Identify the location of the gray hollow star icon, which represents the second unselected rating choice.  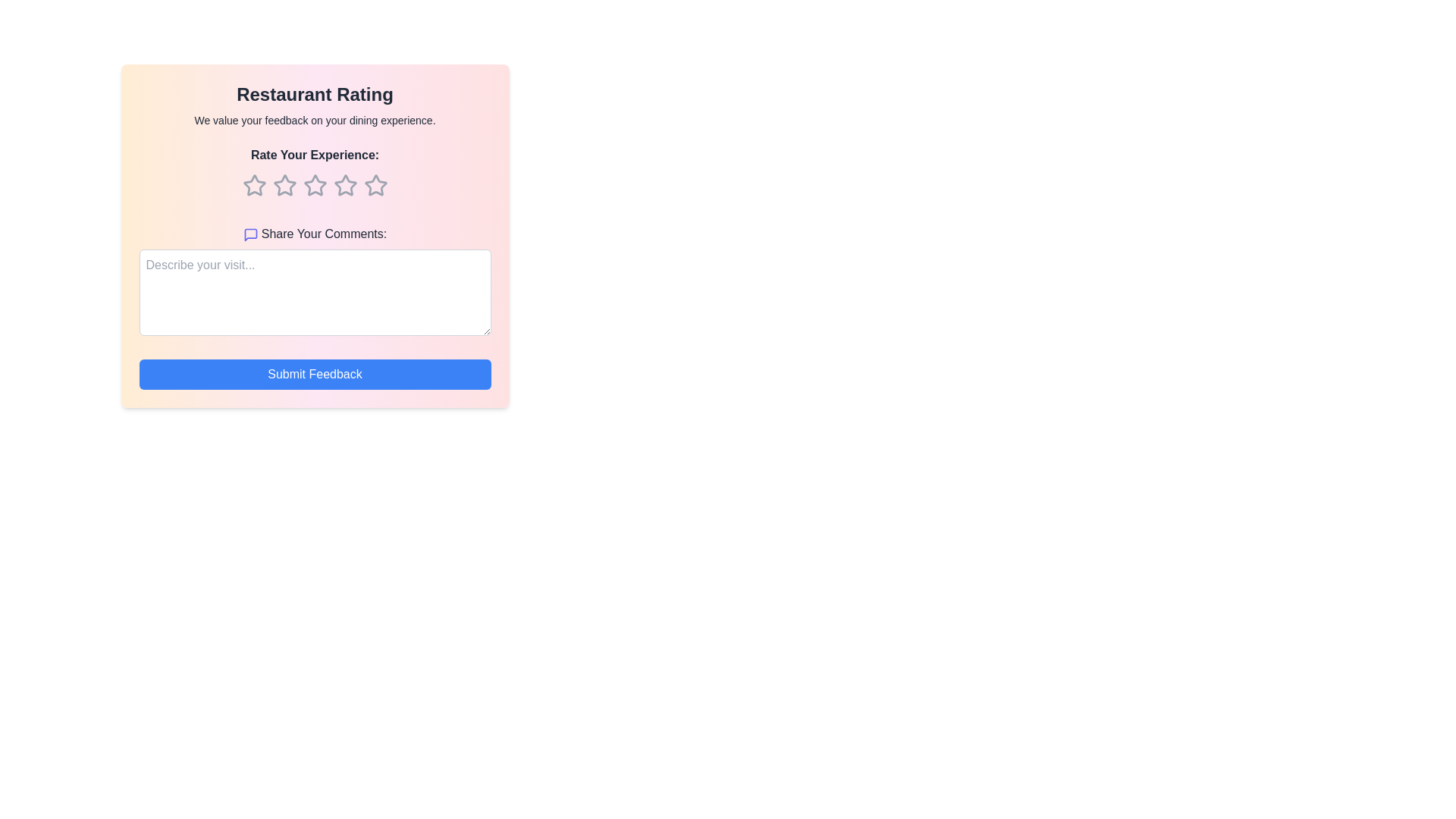
(284, 184).